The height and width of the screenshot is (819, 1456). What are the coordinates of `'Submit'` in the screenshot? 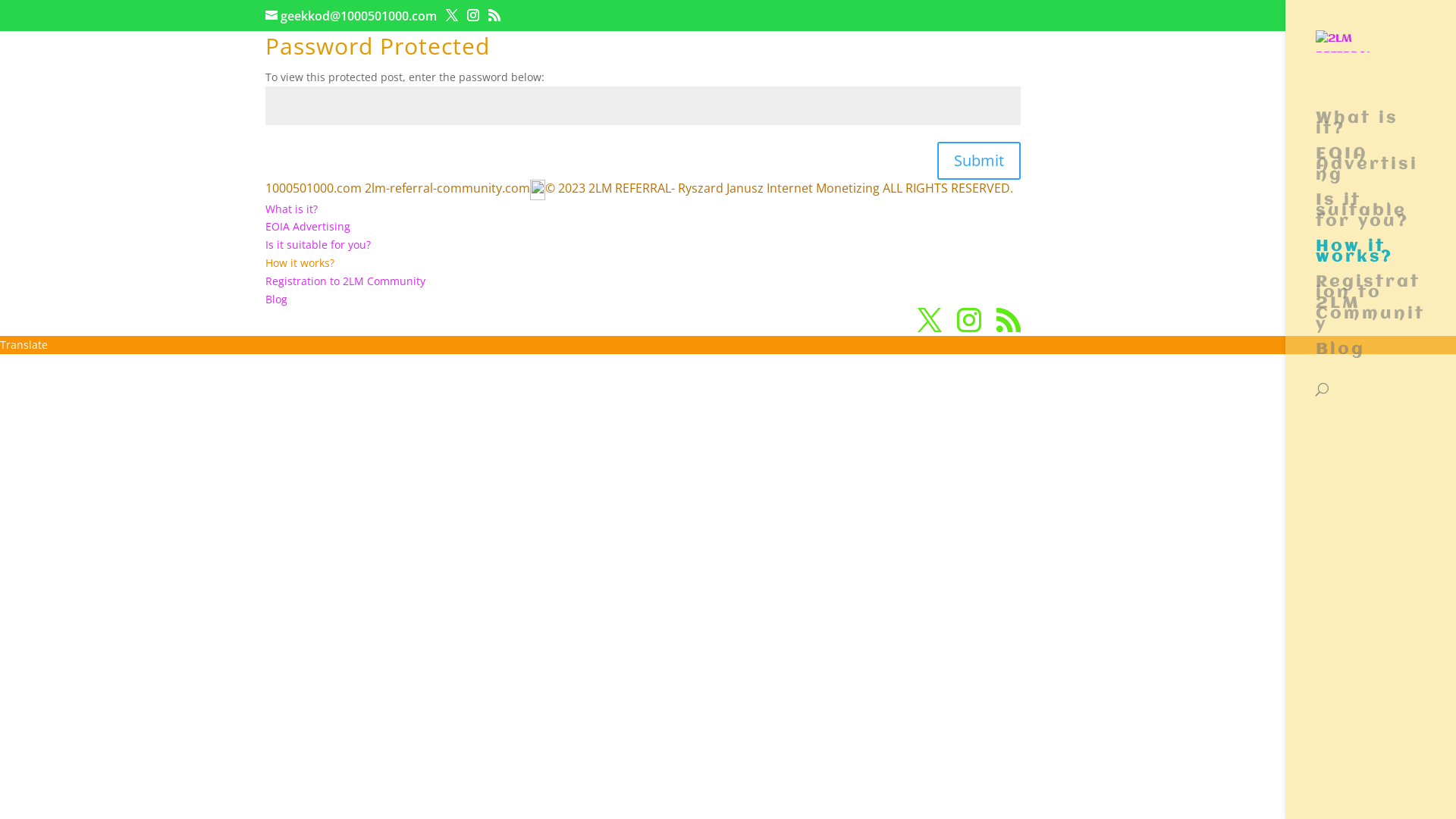 It's located at (979, 161).